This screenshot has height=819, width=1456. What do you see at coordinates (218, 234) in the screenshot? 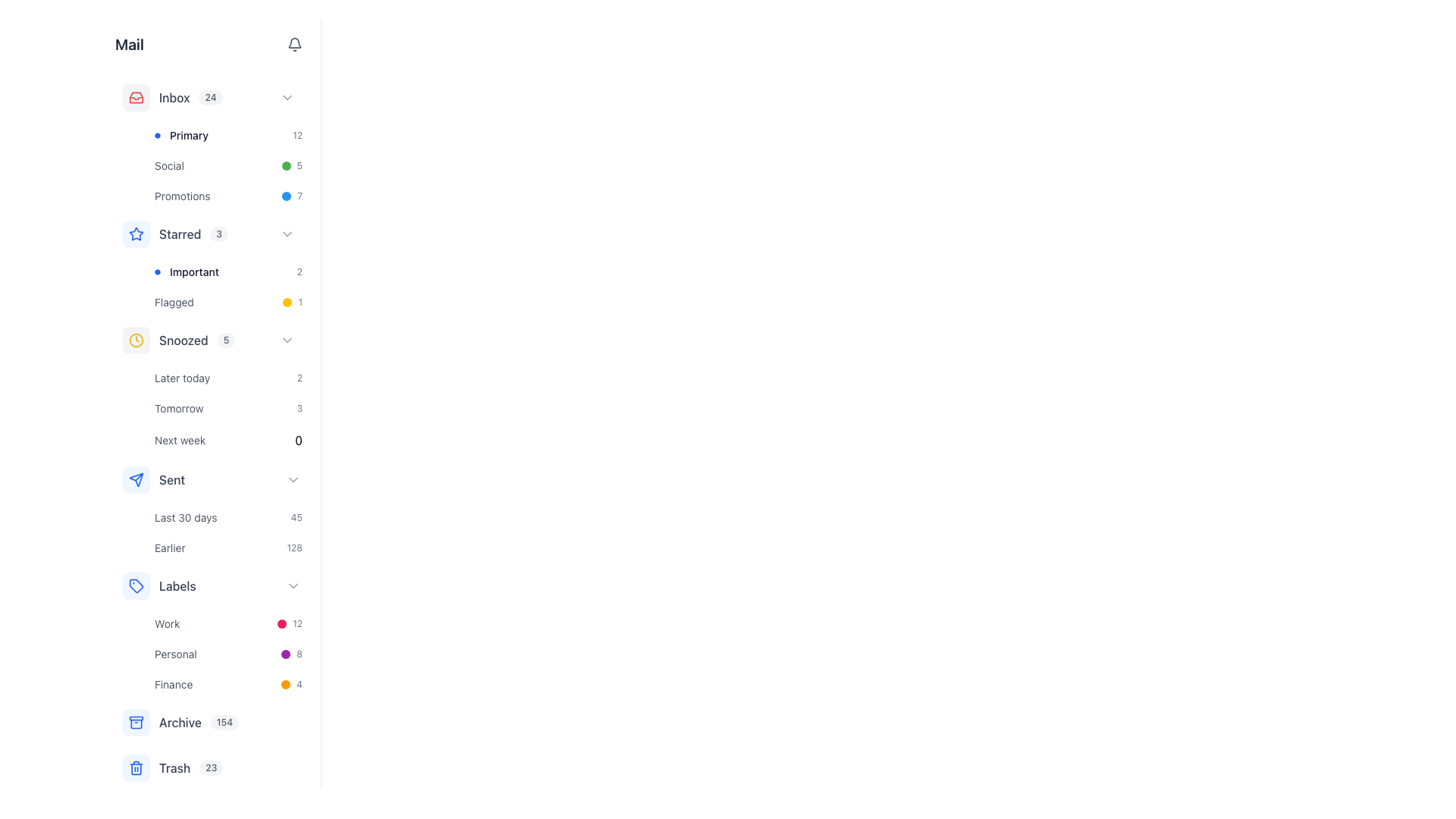
I see `the badge indicating the number of items or status associated with the 'Starred' section, located to the right of the 'Starred' text on the vertical navigation menu` at bounding box center [218, 234].